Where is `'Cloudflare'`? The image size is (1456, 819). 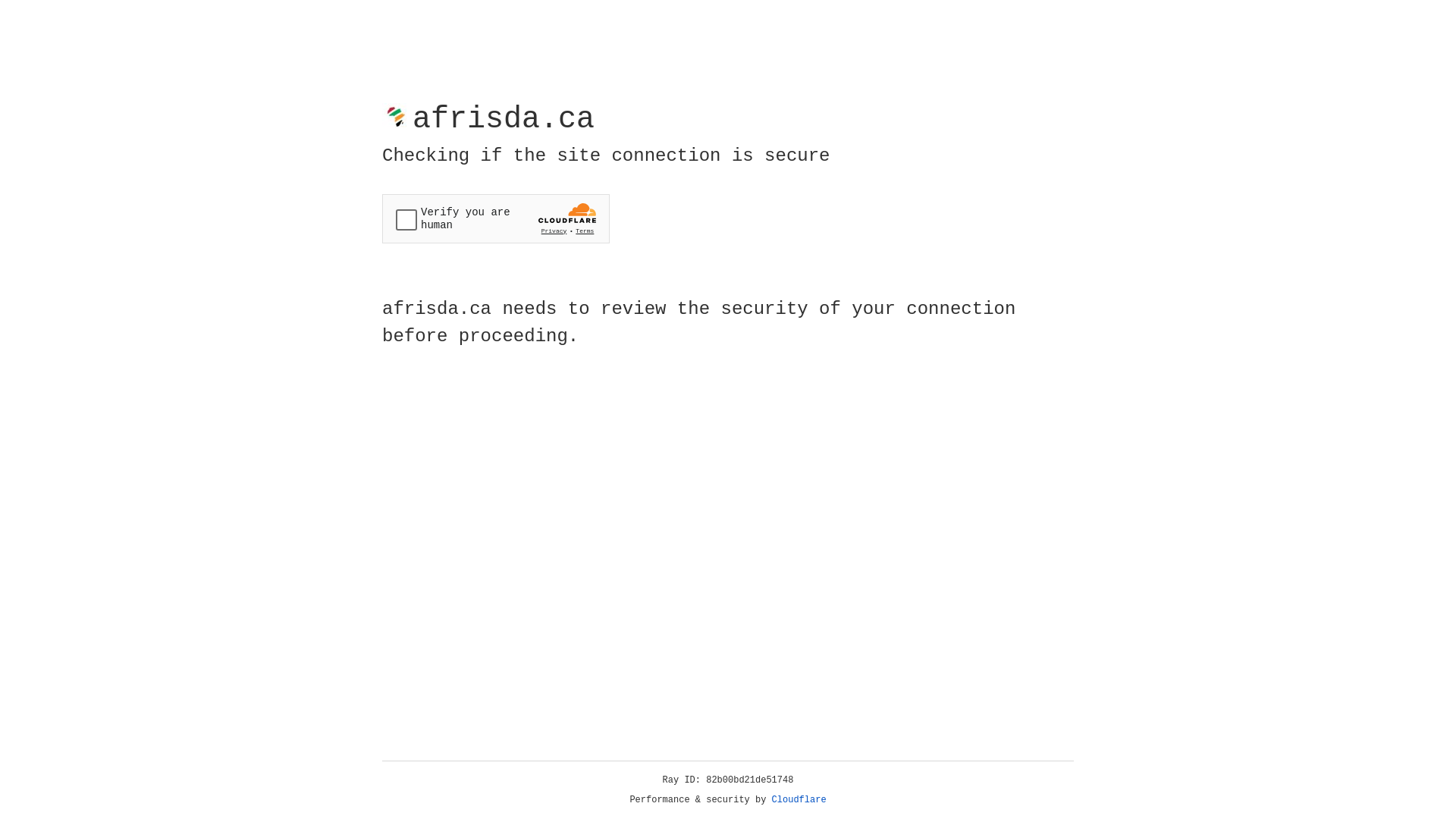 'Cloudflare' is located at coordinates (771, 799).